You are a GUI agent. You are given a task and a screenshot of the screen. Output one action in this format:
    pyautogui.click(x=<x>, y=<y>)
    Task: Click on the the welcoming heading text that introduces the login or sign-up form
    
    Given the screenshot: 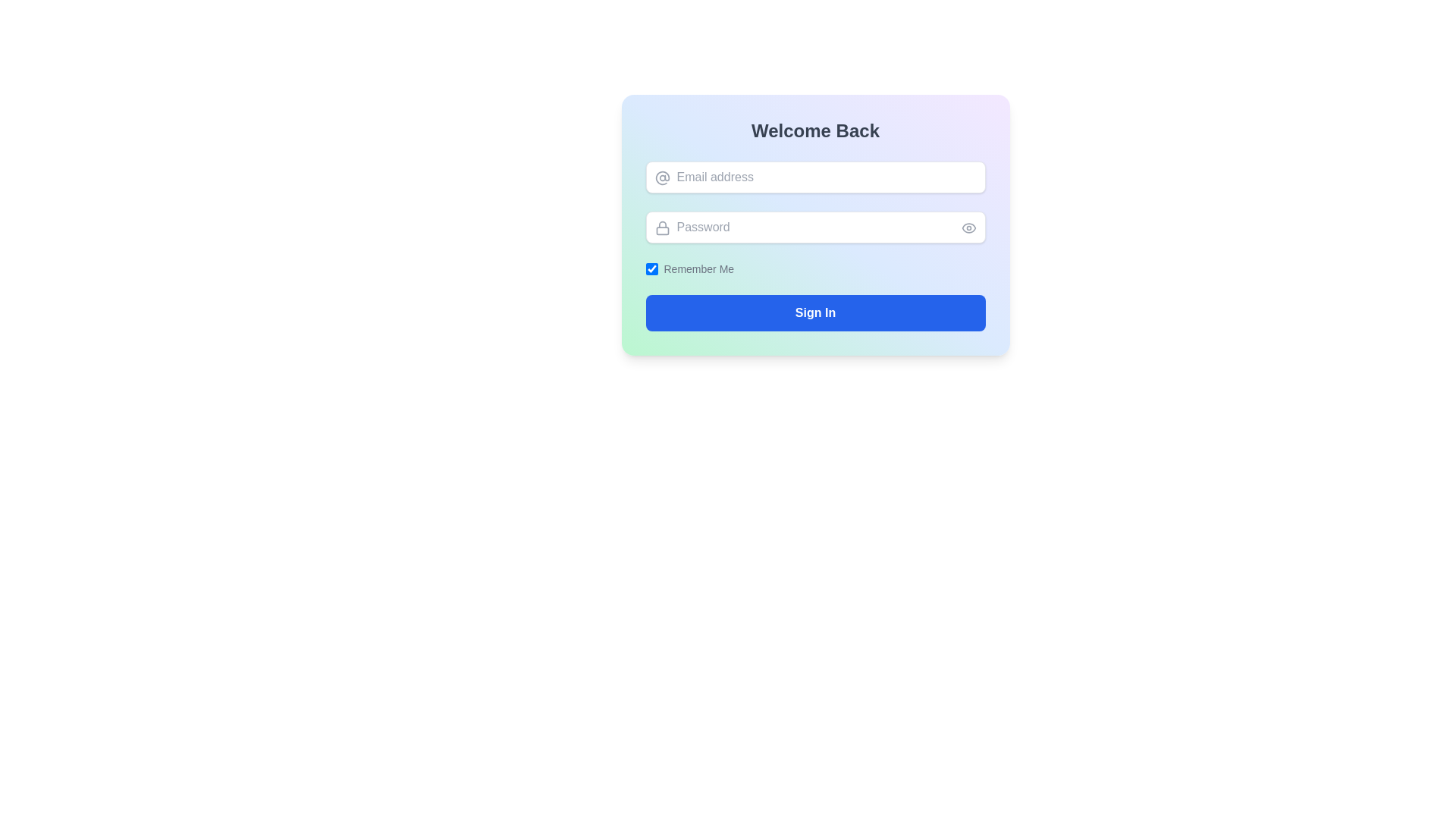 What is the action you would take?
    pyautogui.click(x=814, y=130)
    